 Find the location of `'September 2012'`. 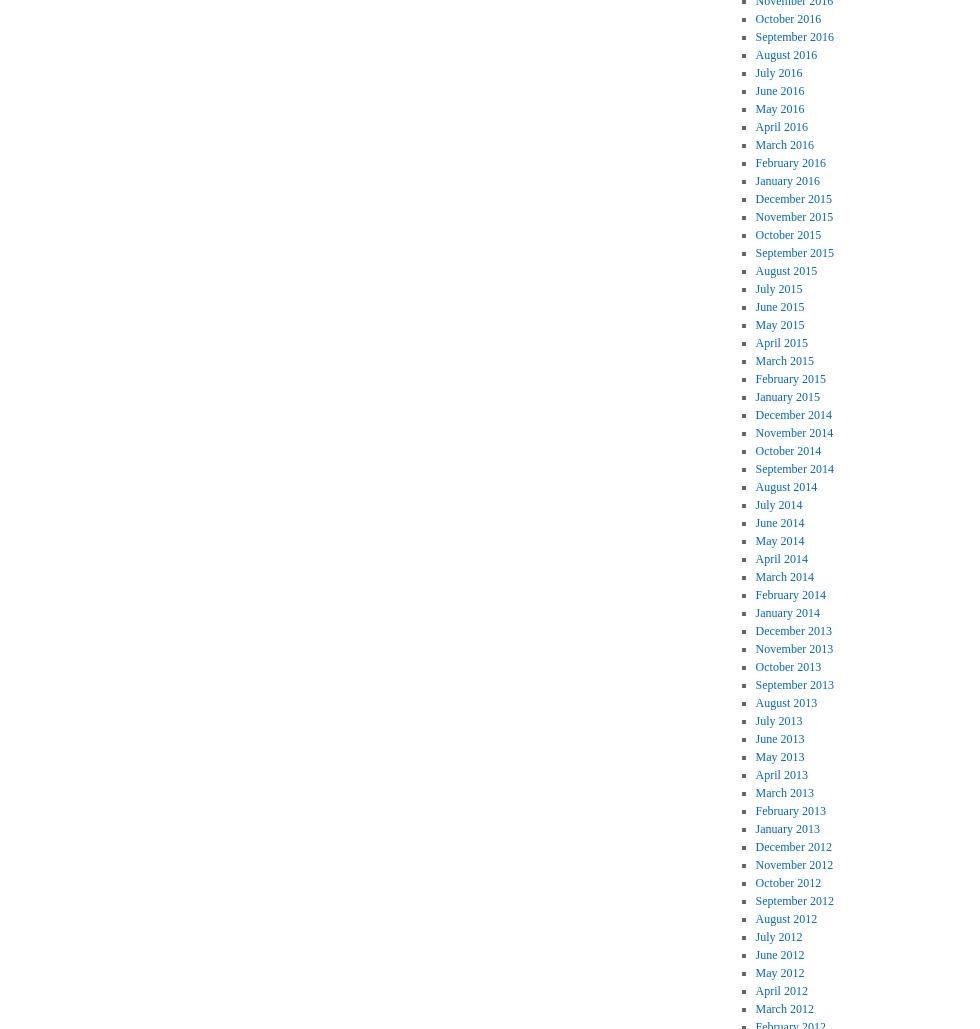

'September 2012' is located at coordinates (793, 900).